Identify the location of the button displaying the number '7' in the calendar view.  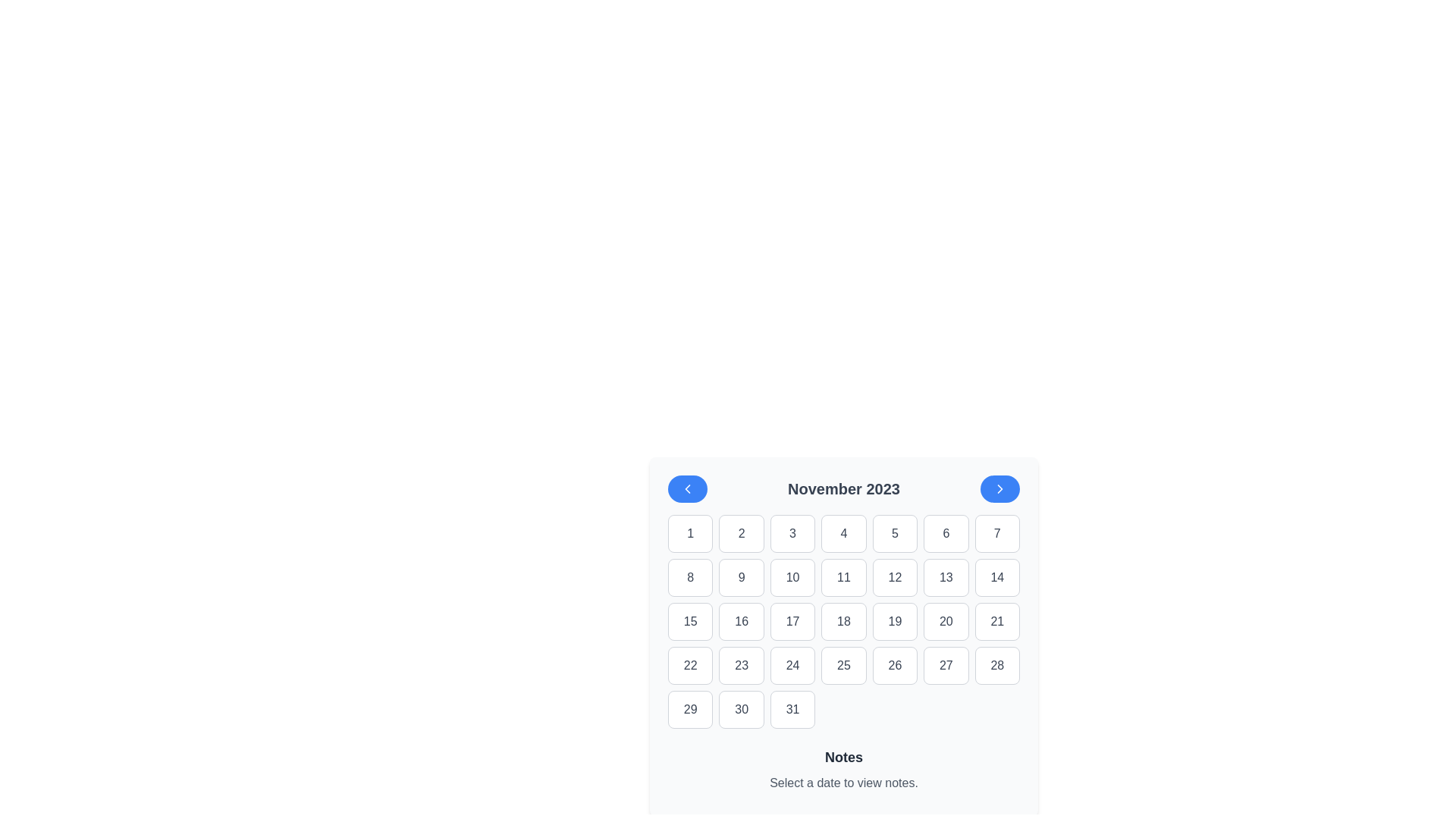
(997, 533).